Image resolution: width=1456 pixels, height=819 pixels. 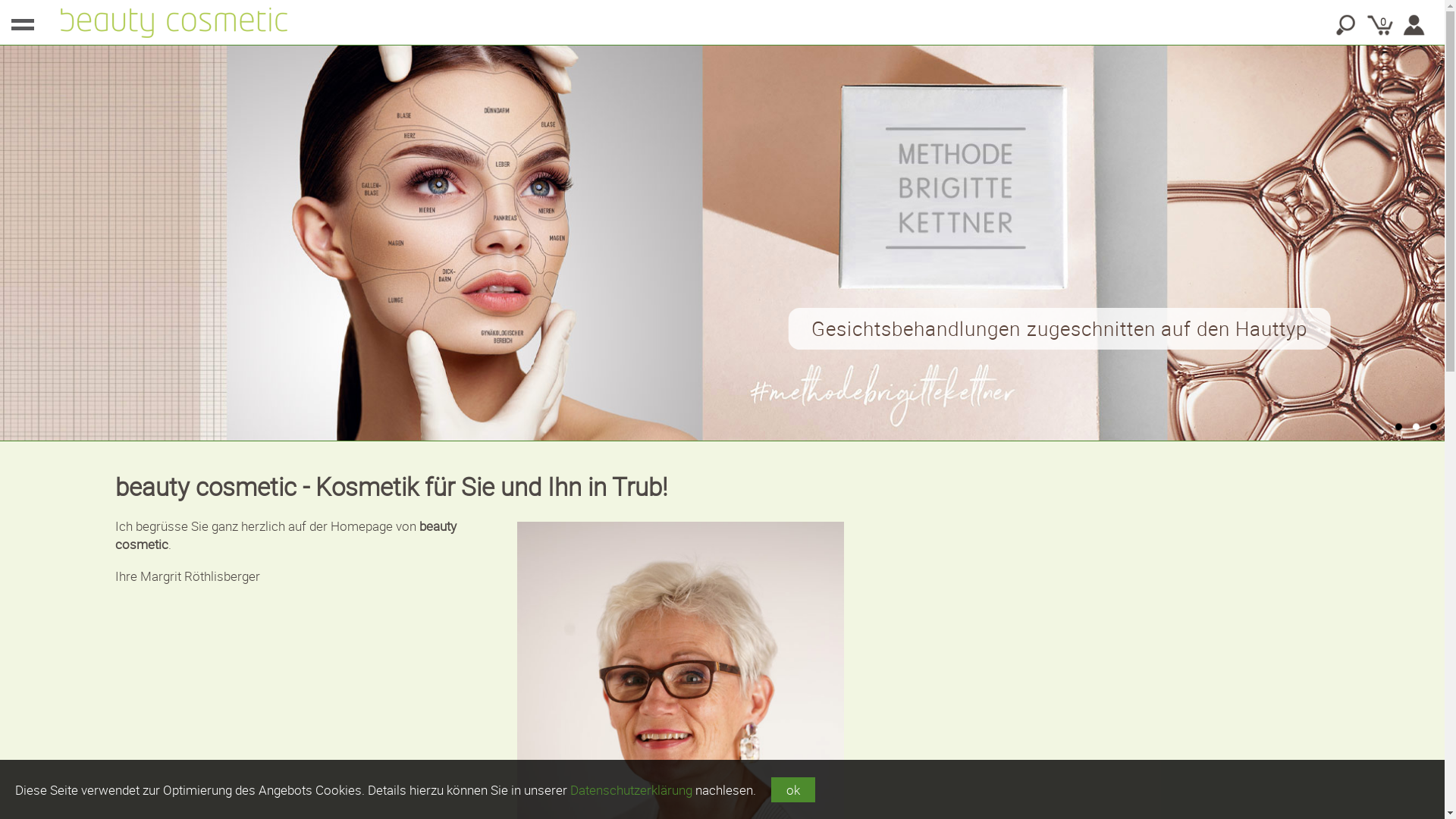 I want to click on 'Gesichtsbehandlungen', so click(x=720, y=242).